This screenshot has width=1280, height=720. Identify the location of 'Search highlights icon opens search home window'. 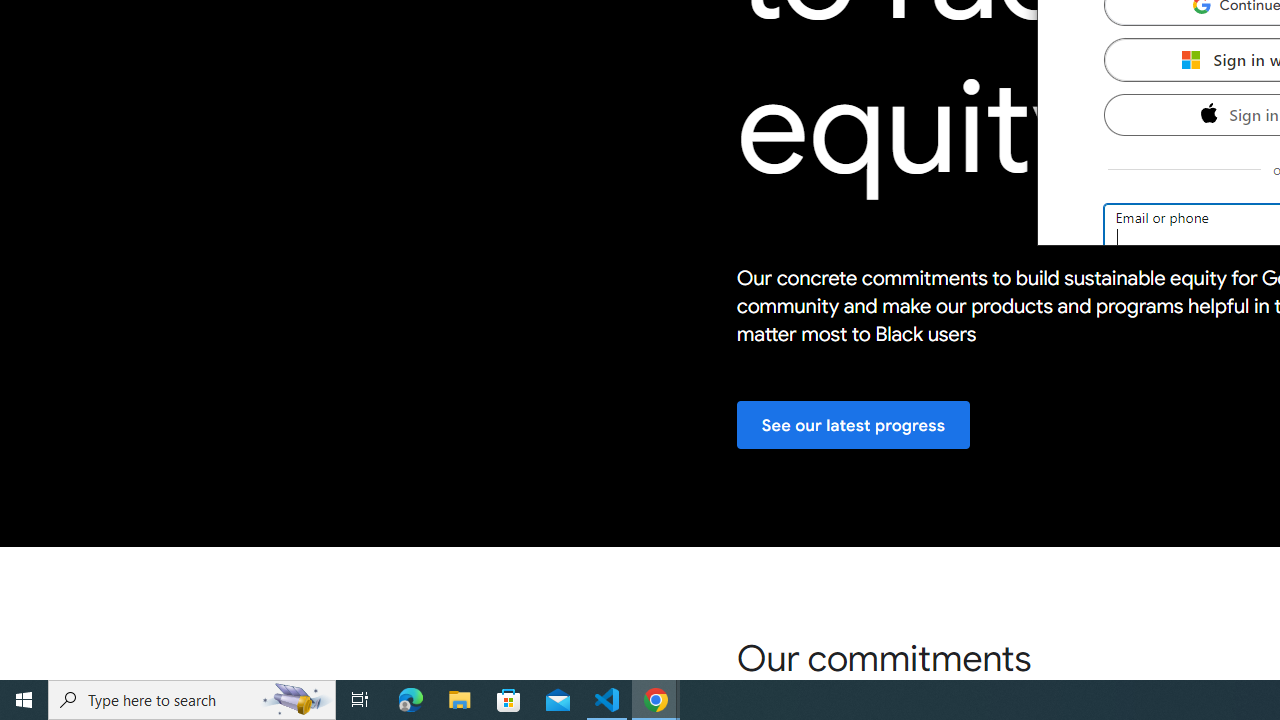
(294, 698).